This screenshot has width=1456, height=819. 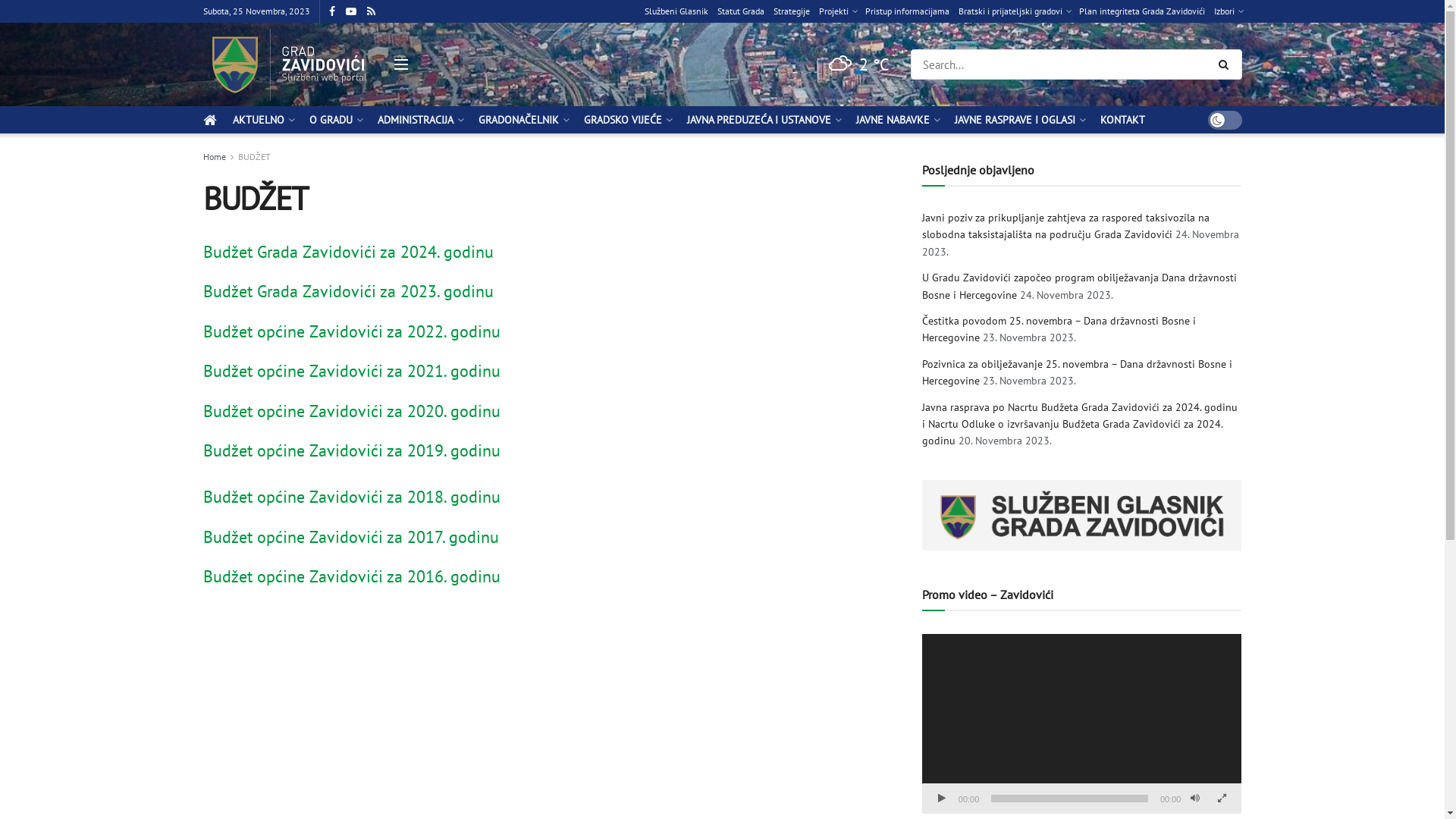 What do you see at coordinates (896, 119) in the screenshot?
I see `'JAVNE NABAVKE'` at bounding box center [896, 119].